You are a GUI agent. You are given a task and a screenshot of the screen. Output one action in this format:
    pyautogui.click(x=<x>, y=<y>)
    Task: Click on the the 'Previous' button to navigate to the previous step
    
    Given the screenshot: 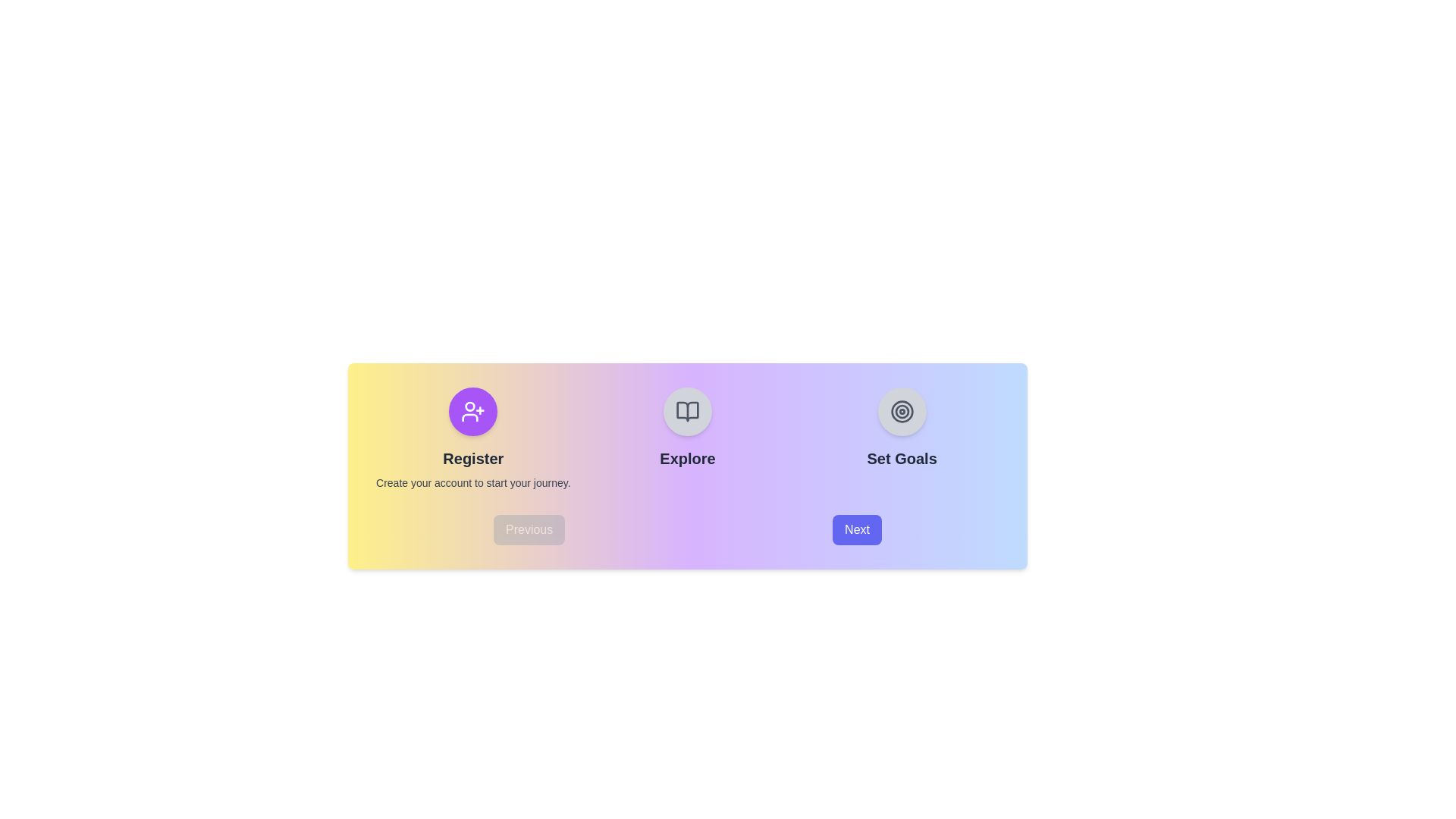 What is the action you would take?
    pyautogui.click(x=529, y=529)
    